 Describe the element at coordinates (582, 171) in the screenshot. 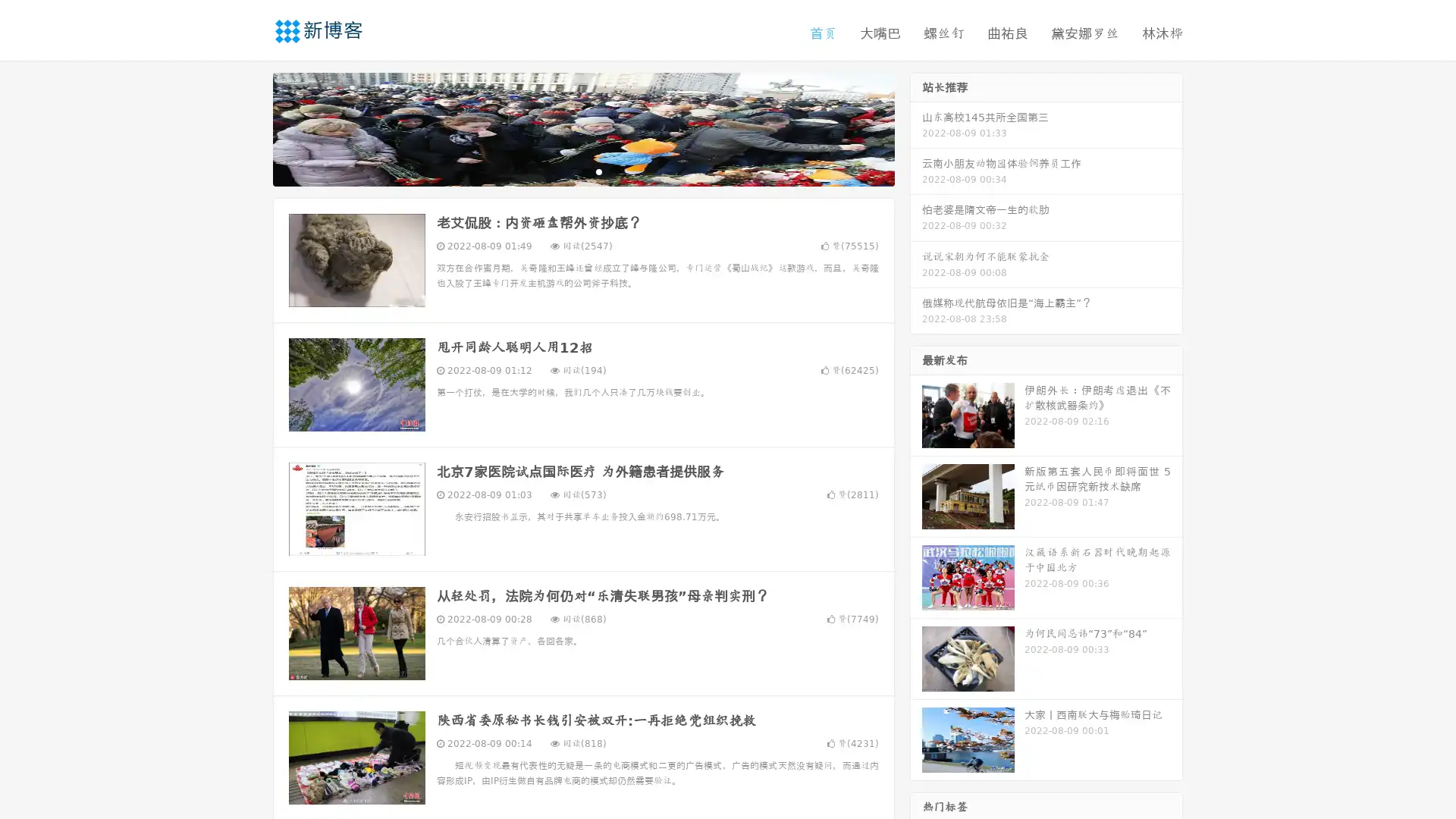

I see `Go to slide 2` at that location.